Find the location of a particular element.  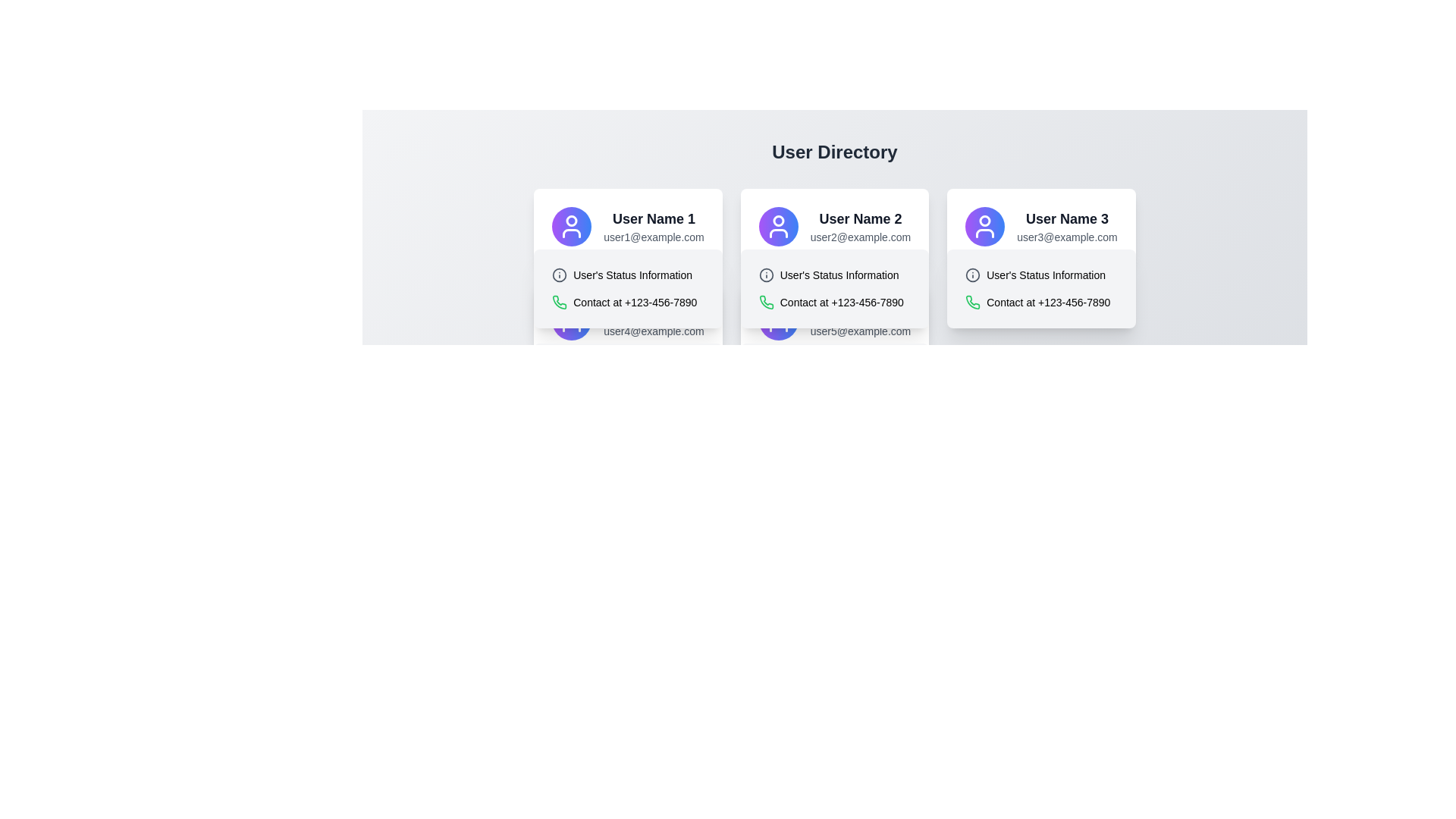

the email address display element associated with 'User Name 5', which is a passive, read-only text component located at the bottom of the user card is located at coordinates (860, 330).